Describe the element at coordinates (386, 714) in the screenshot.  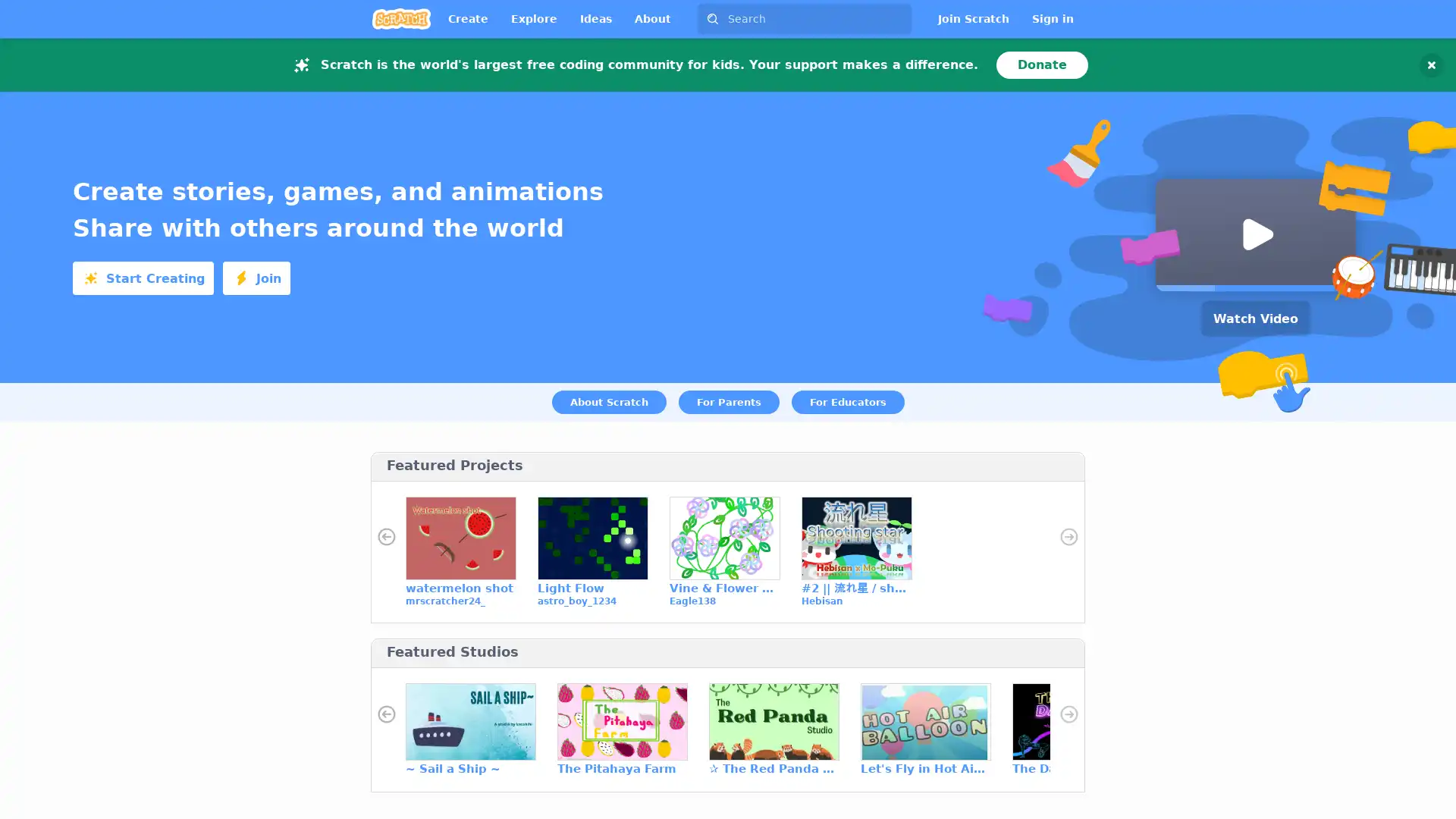
I see `Previous` at that location.